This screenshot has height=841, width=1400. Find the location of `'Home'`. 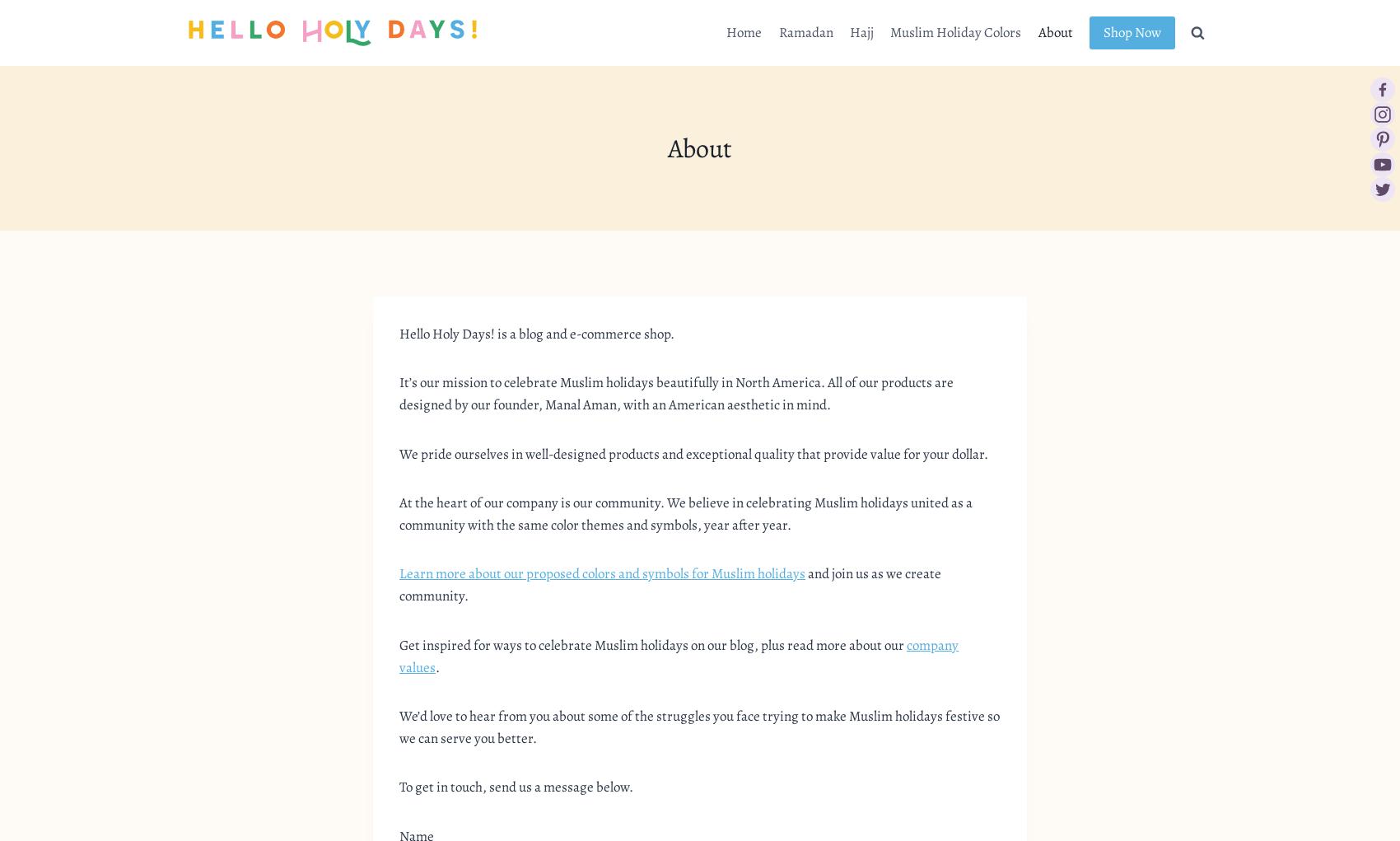

'Home' is located at coordinates (744, 31).